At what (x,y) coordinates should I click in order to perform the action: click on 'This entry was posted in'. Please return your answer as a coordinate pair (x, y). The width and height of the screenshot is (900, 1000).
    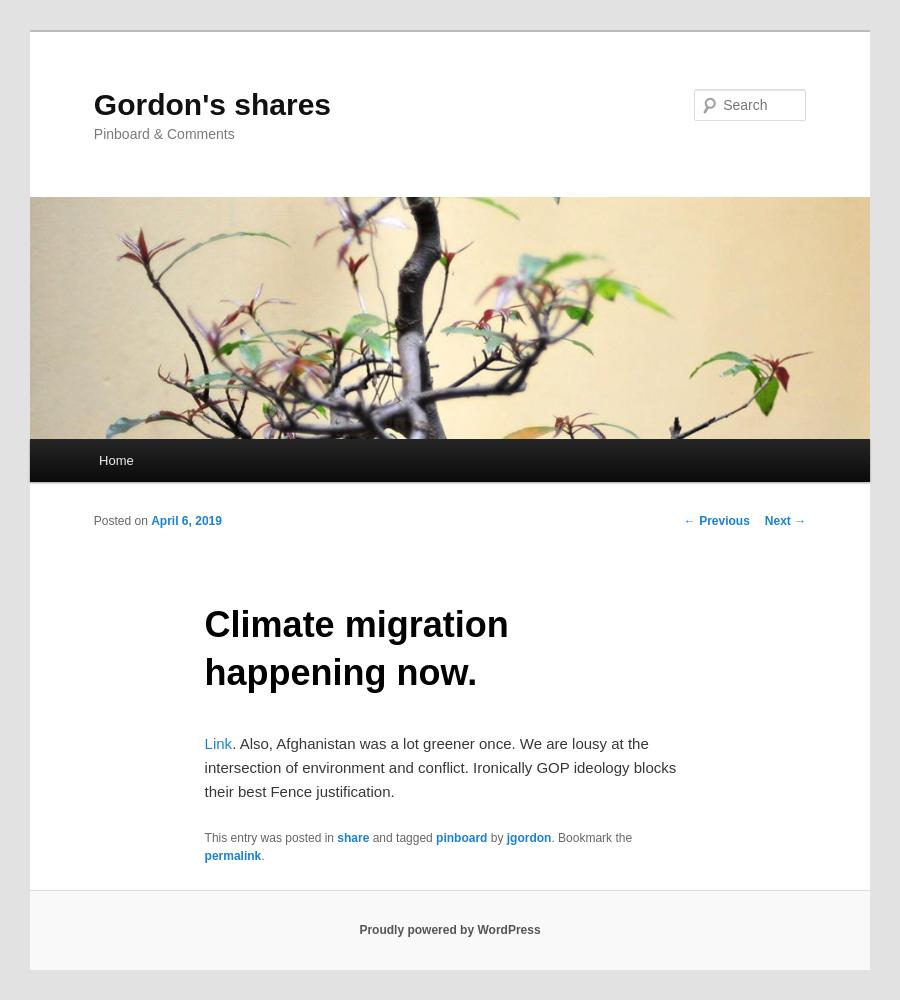
    Looking at the image, I should click on (269, 837).